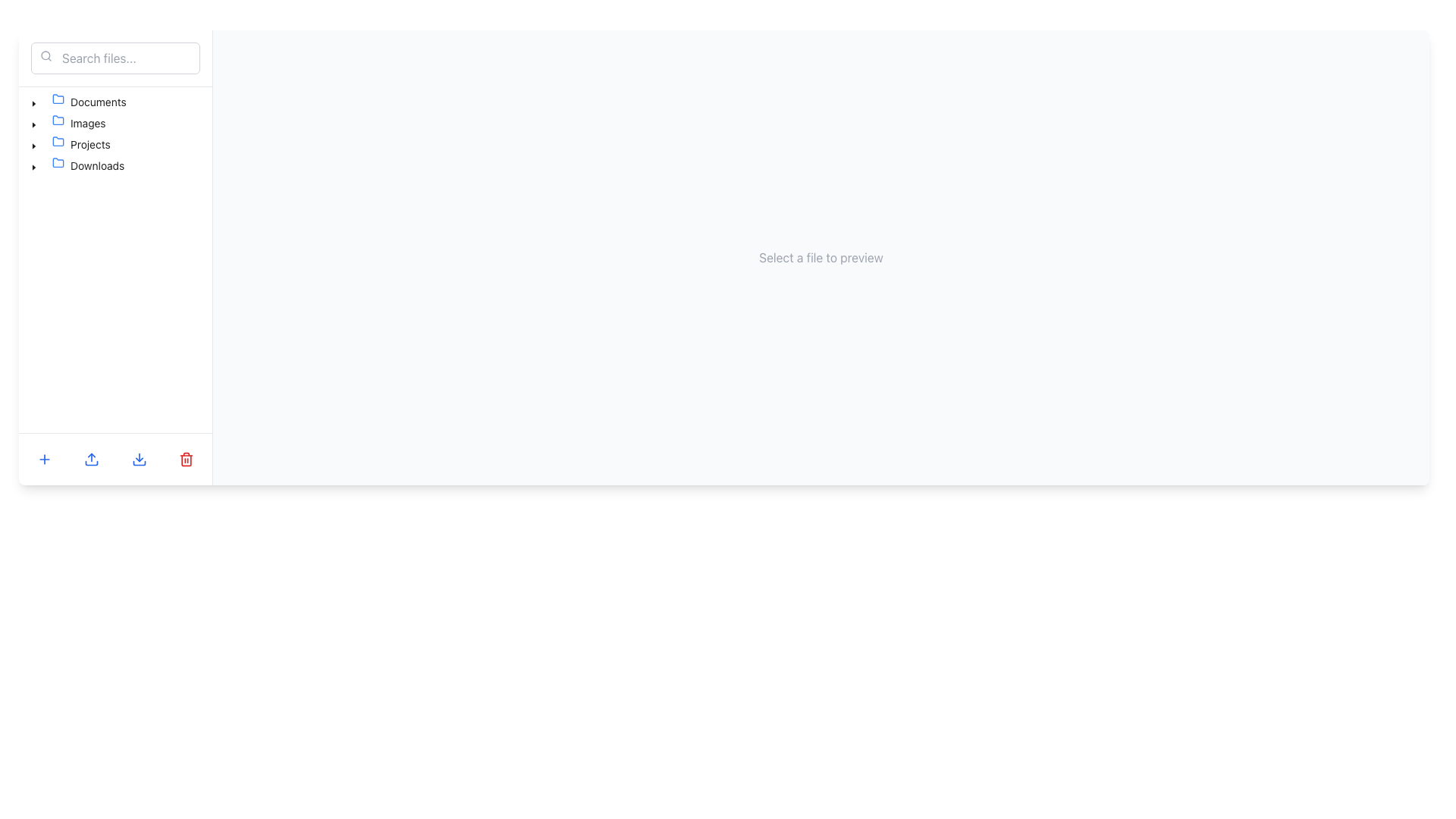  Describe the element at coordinates (97, 102) in the screenshot. I see `the text label displaying 'Documents'` at that location.